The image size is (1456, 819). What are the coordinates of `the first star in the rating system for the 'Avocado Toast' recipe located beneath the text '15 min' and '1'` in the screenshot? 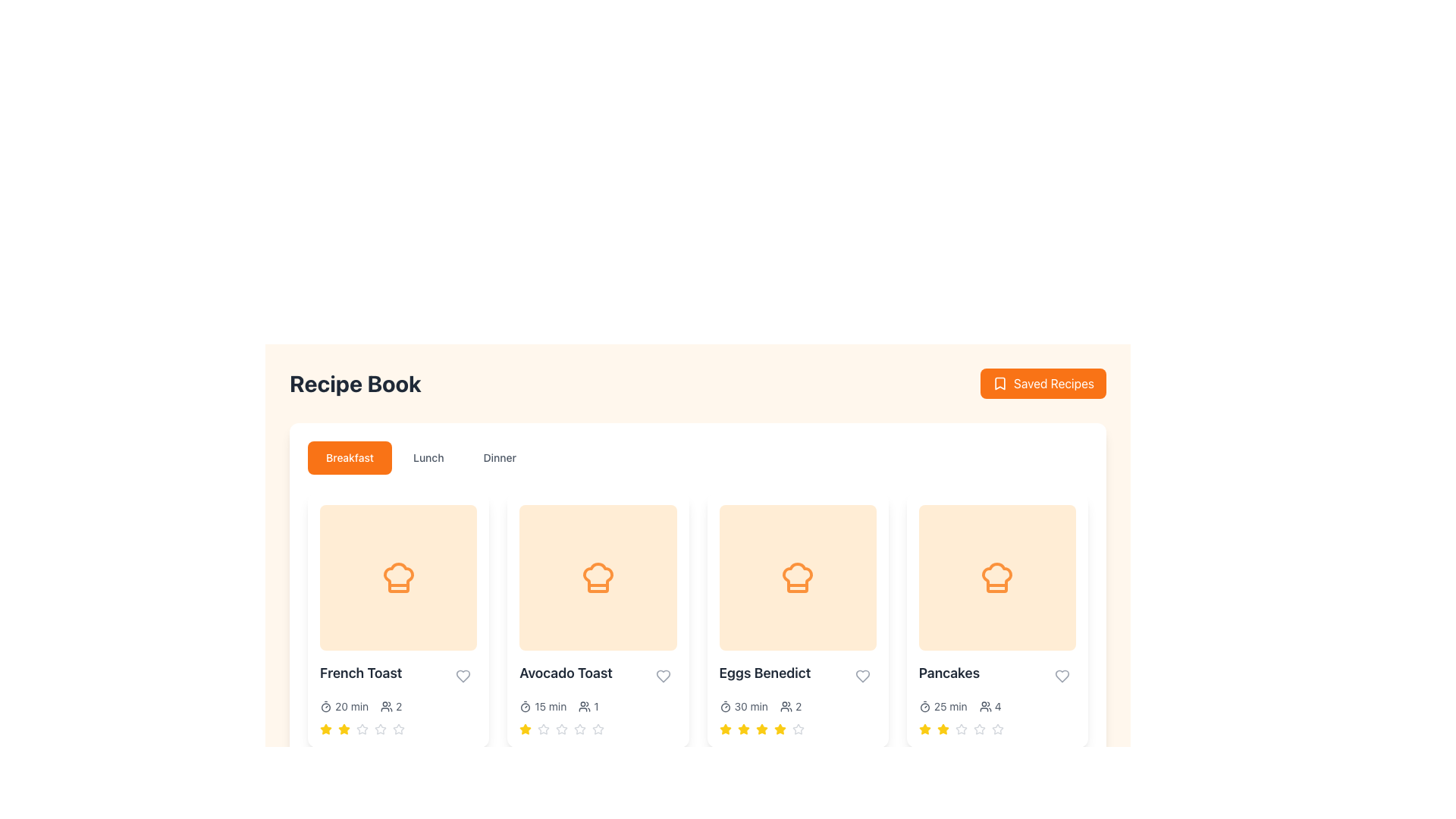 It's located at (544, 728).